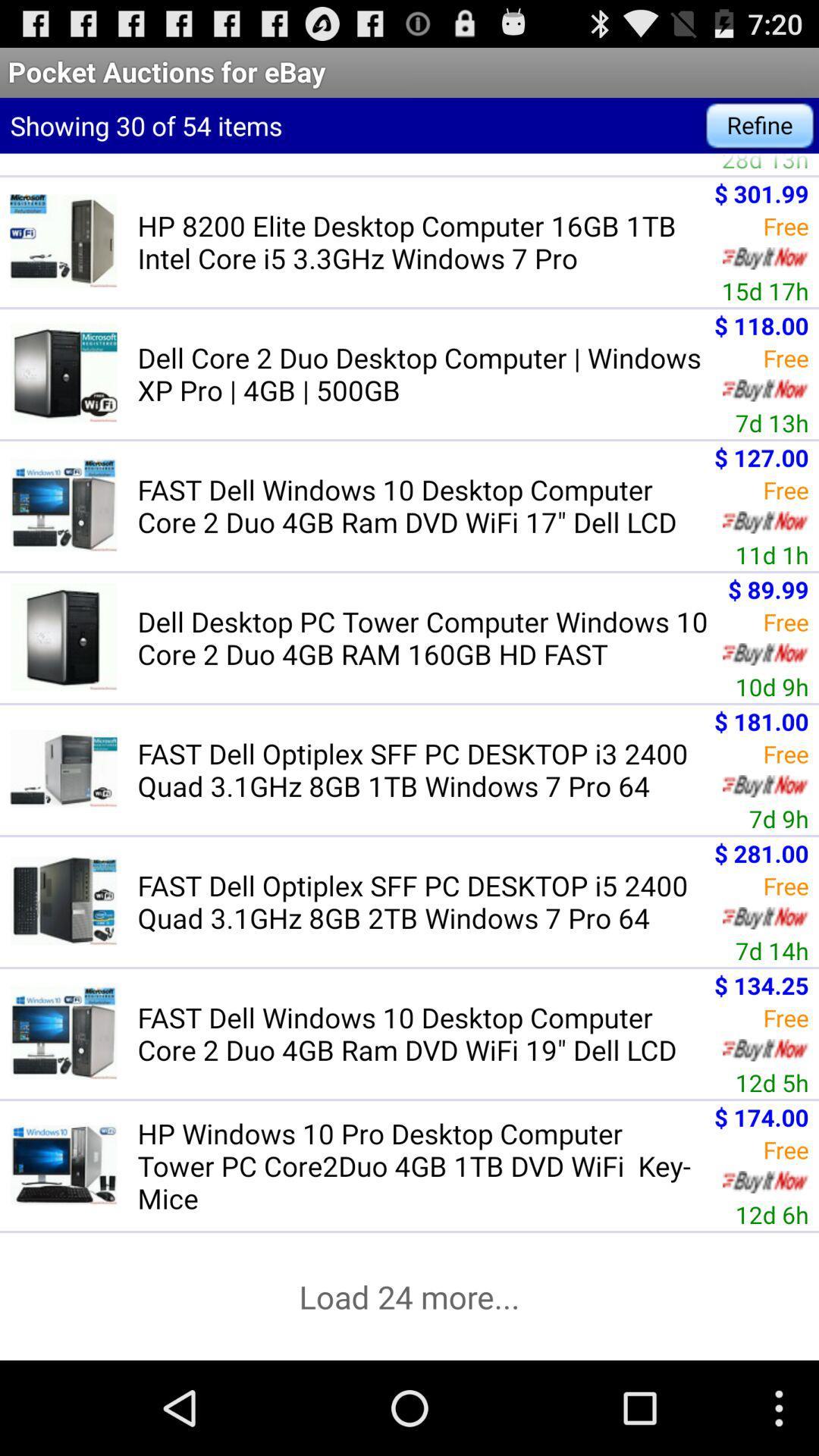  What do you see at coordinates (772, 1081) in the screenshot?
I see `icon next to the fast dell windows icon` at bounding box center [772, 1081].